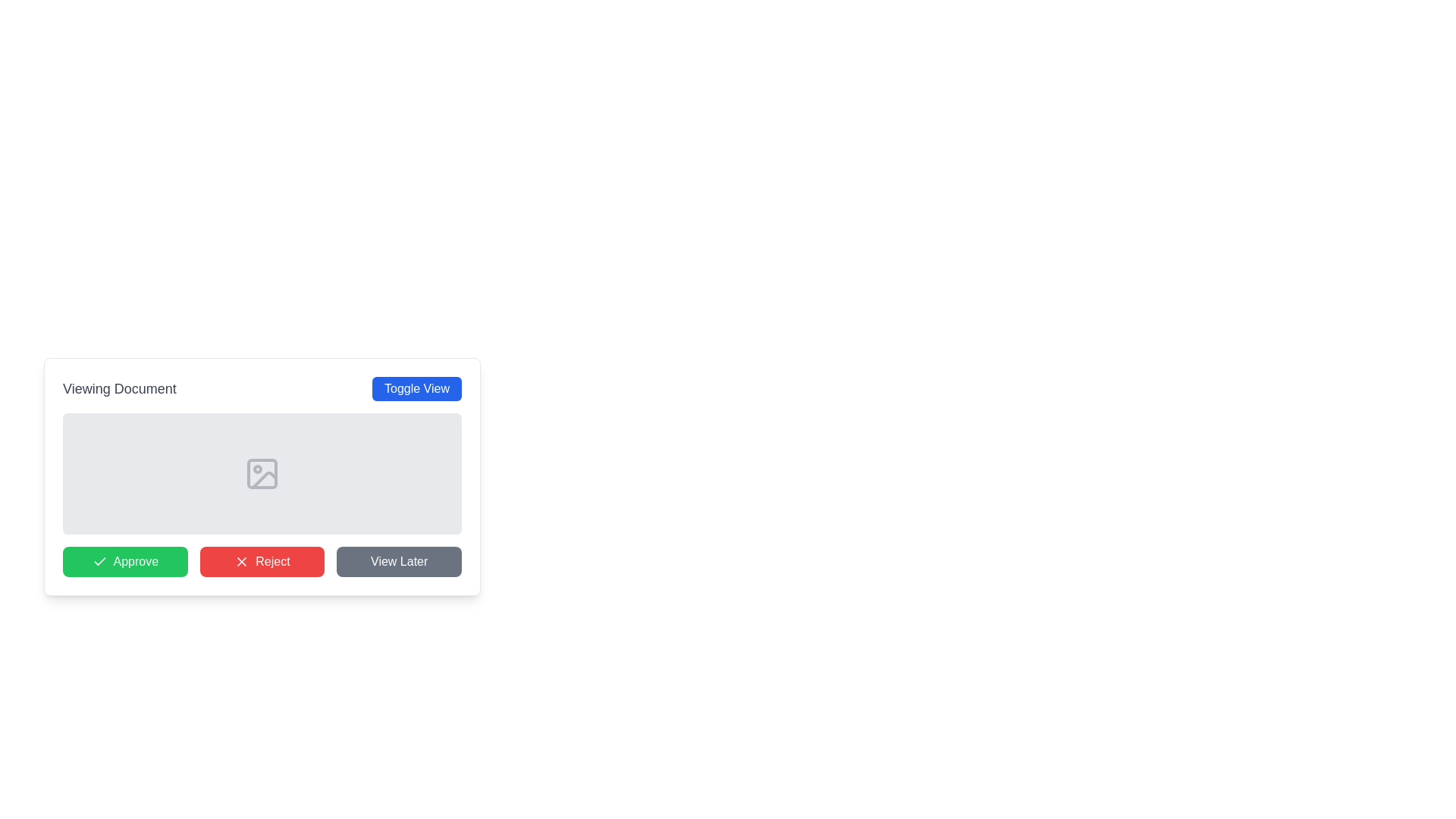 The image size is (1456, 819). Describe the element at coordinates (99, 561) in the screenshot. I see `the confirmation icon within the green rectangular button labeled 'Approve' located at the bottom-left corner of the pop-up modal interface` at that location.